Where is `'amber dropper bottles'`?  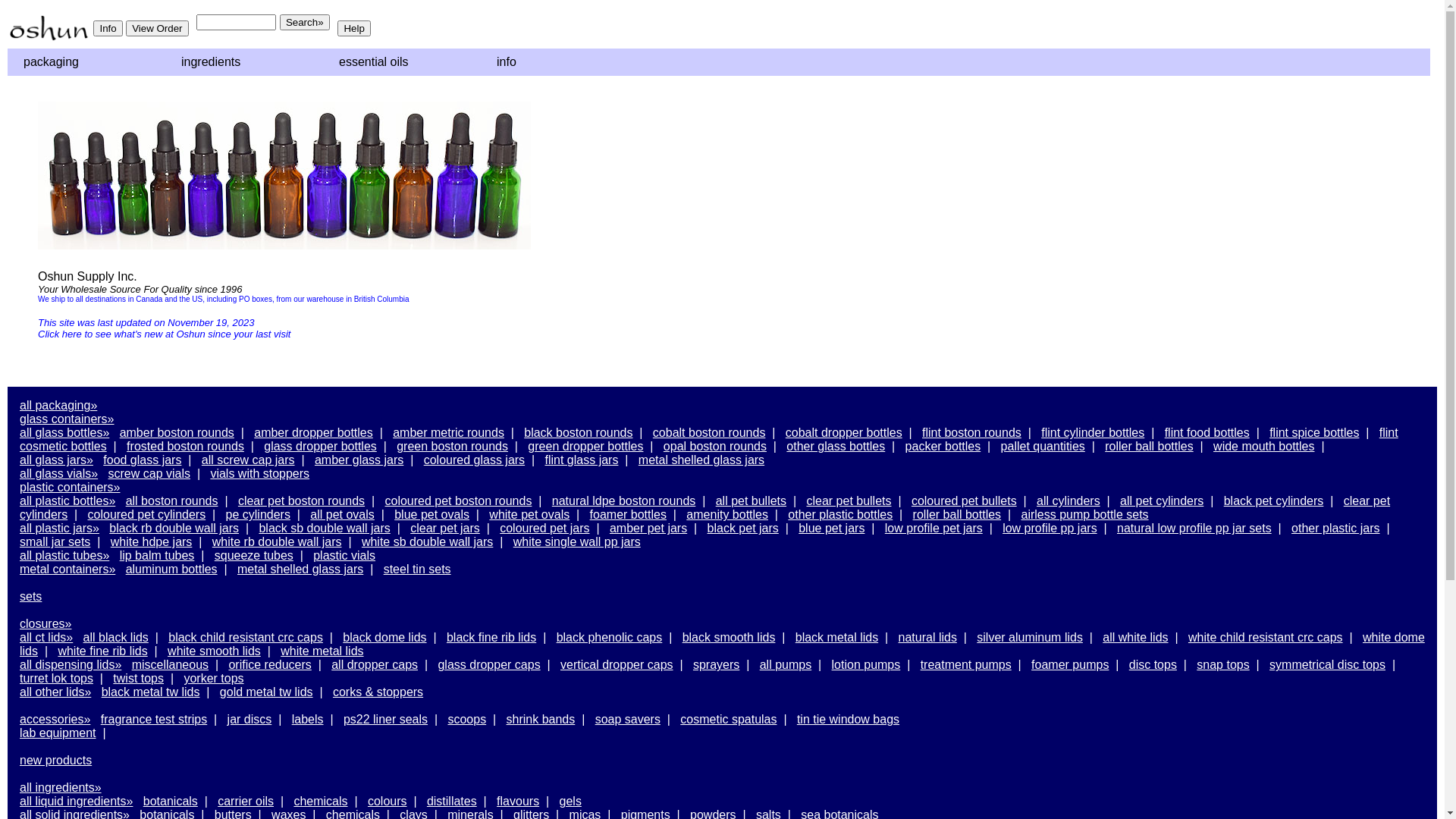
'amber dropper bottles' is located at coordinates (312, 432).